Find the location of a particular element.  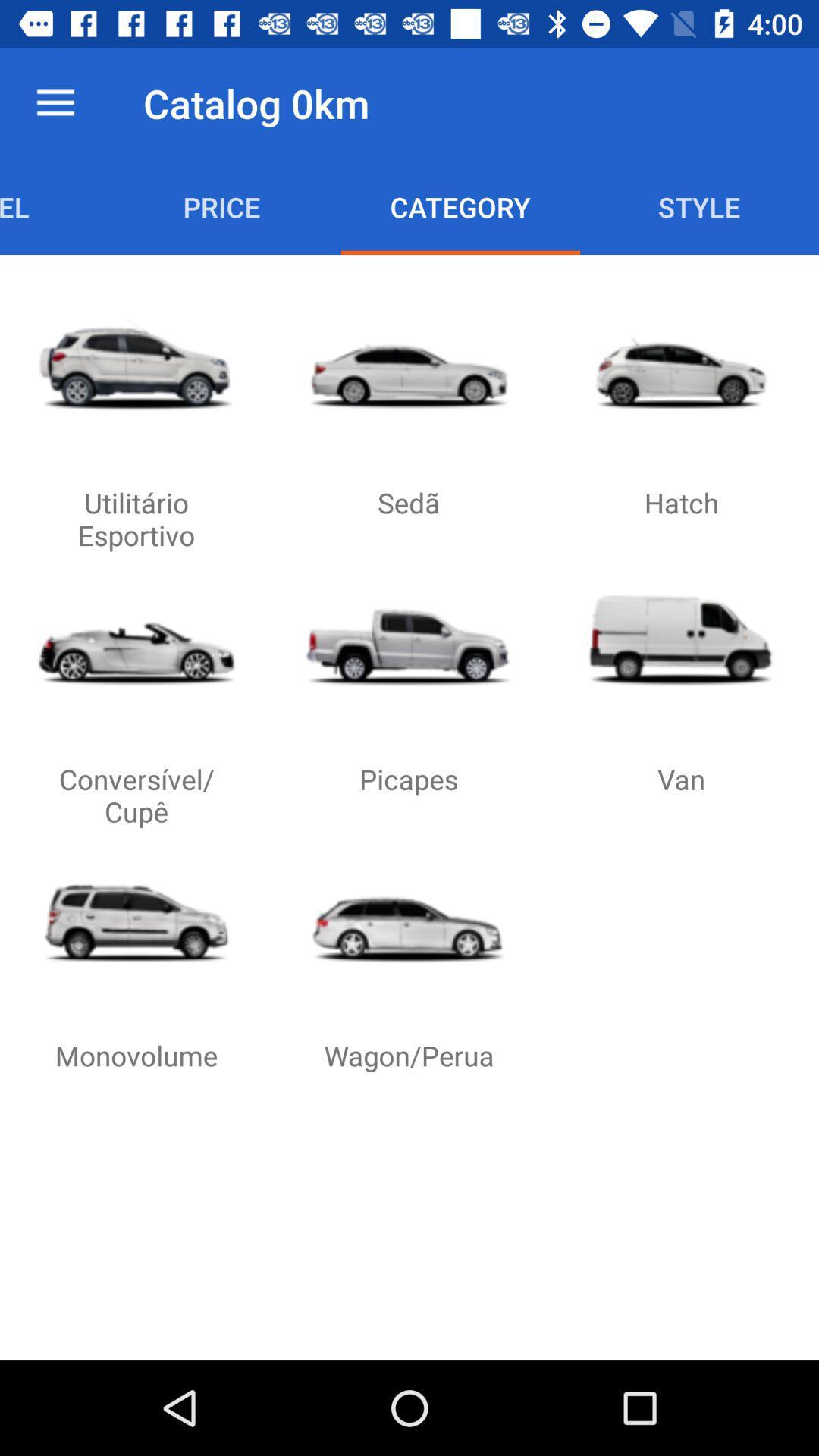

the text category the bold letters is located at coordinates (460, 206).